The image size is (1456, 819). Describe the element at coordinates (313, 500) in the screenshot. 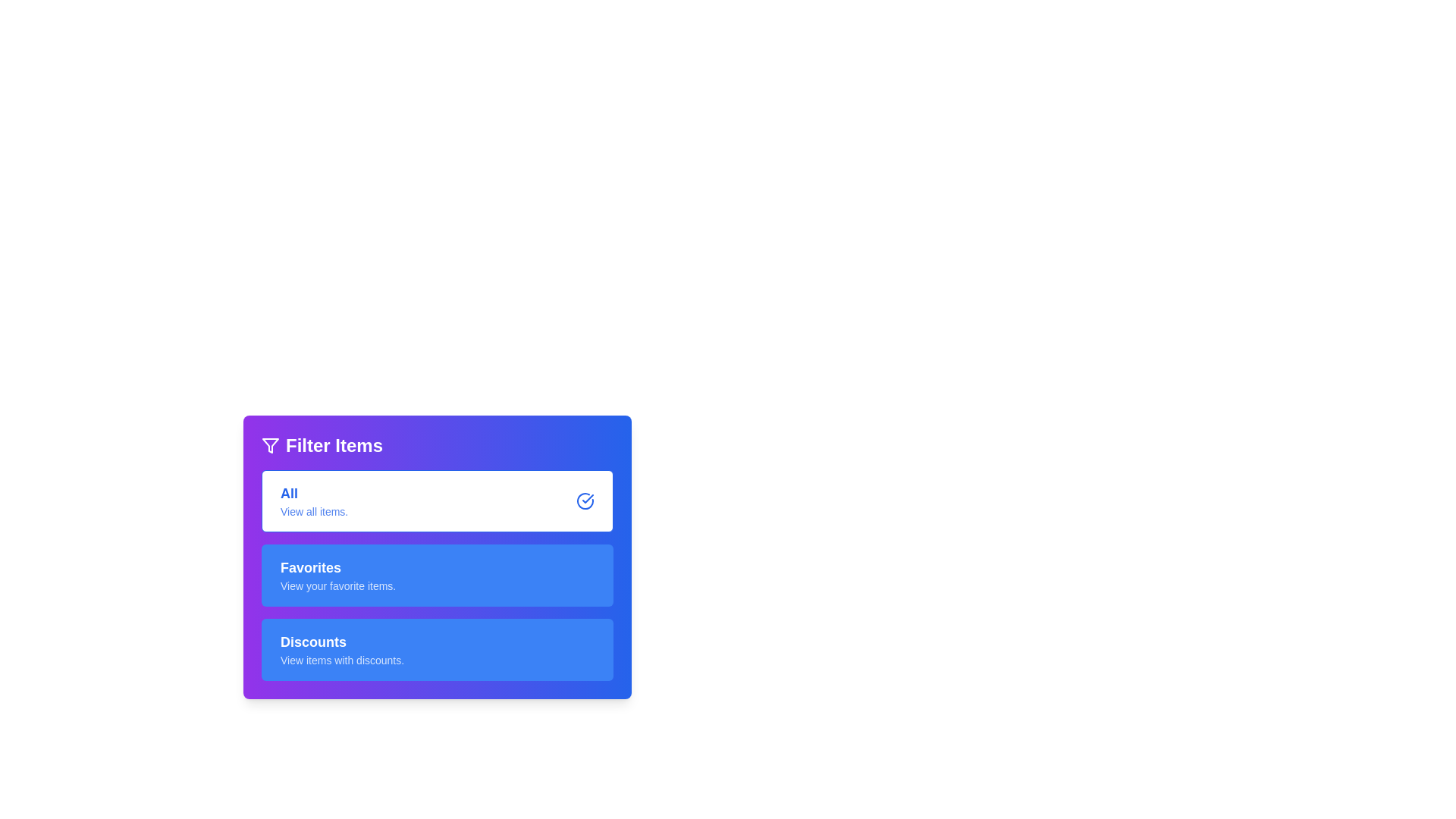

I see `the text label that reads 'All' and 'View all items.' which is styled in a rounded rectangle with a white background and blue text, positioned below the 'Filter Items' title` at that location.